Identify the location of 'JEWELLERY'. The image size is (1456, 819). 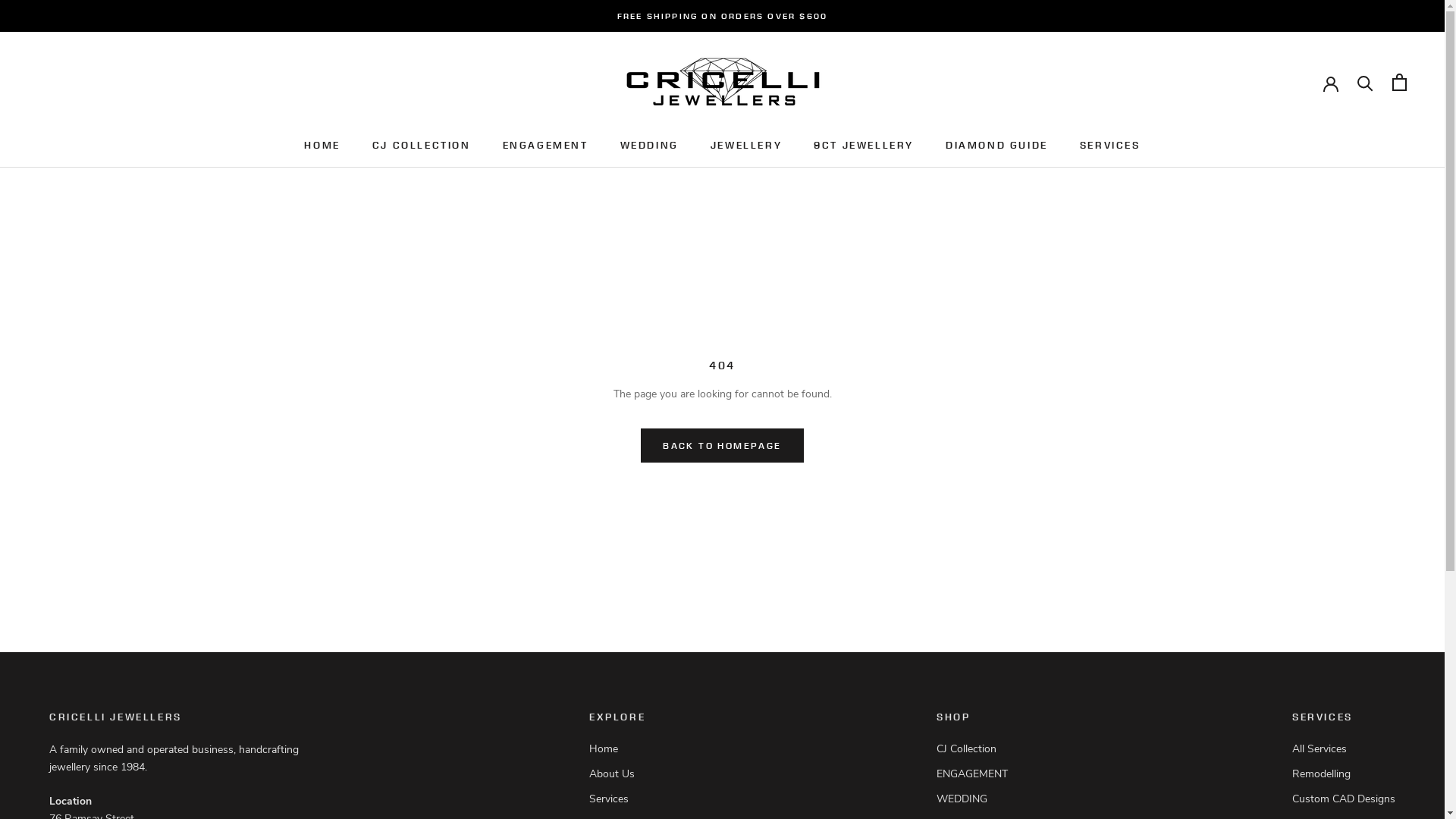
(745, 145).